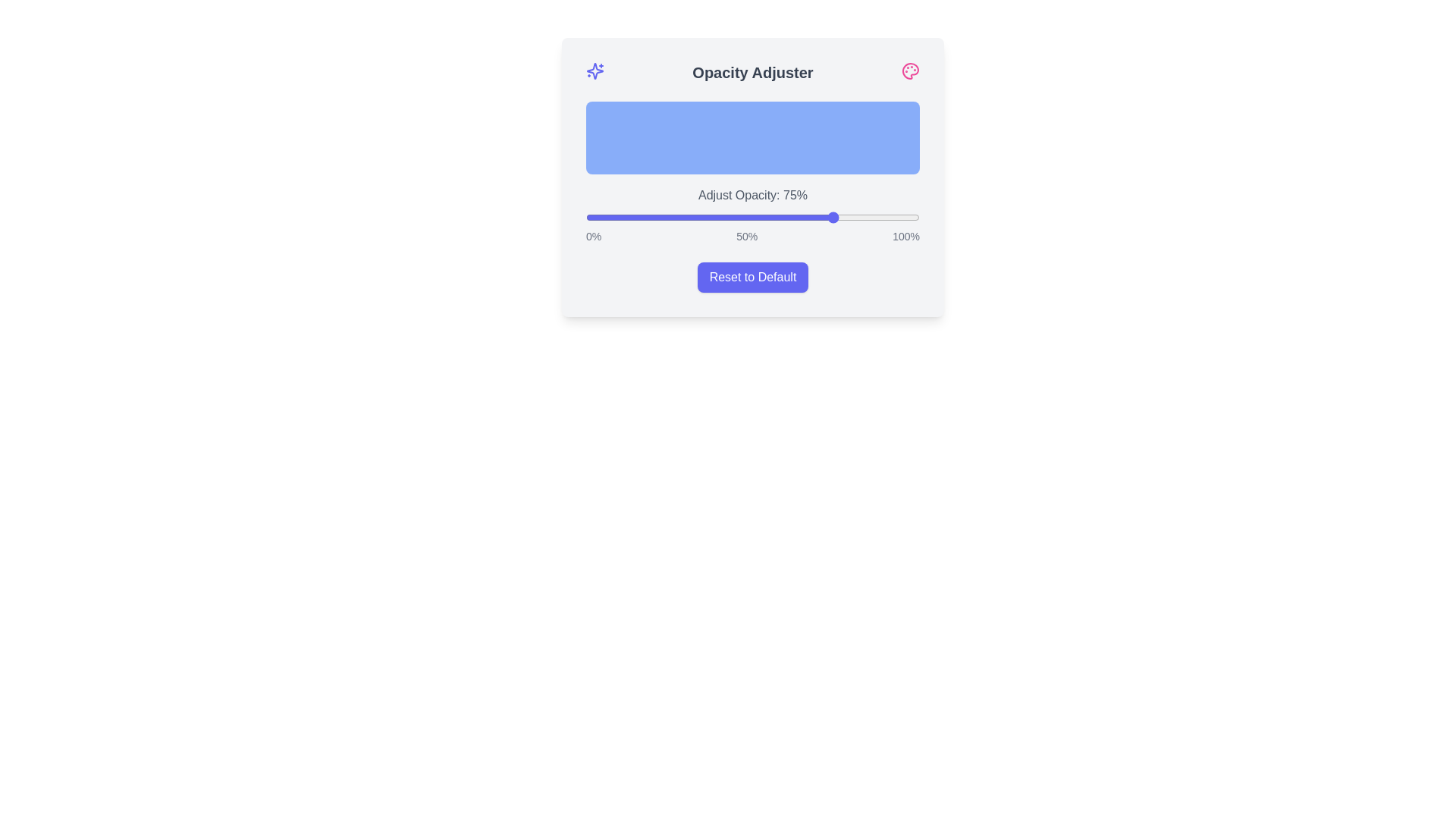 The height and width of the screenshot is (819, 1456). I want to click on the 'Reset to Default' button, so click(752, 278).